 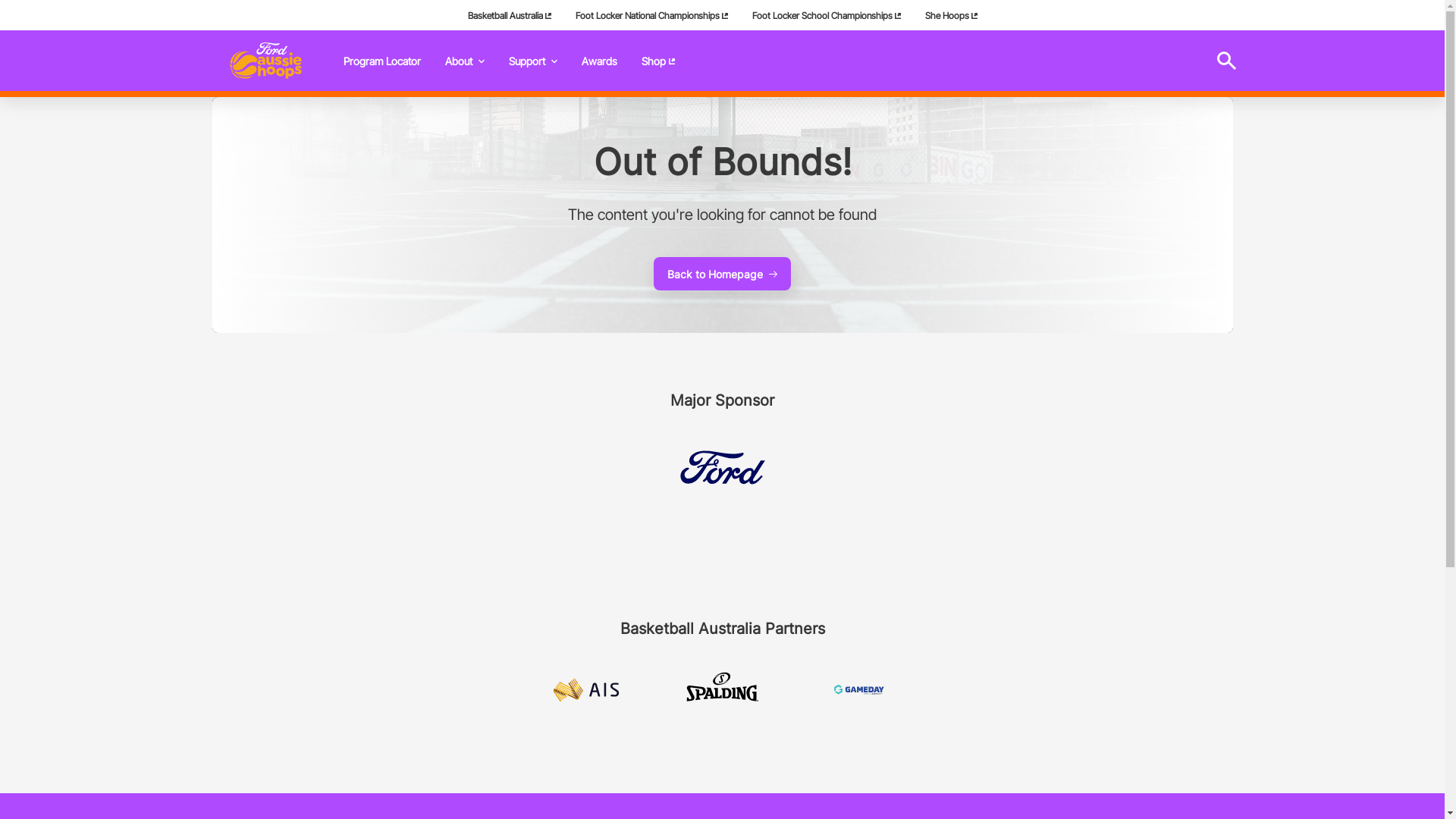 What do you see at coordinates (463, 60) in the screenshot?
I see `'About'` at bounding box center [463, 60].